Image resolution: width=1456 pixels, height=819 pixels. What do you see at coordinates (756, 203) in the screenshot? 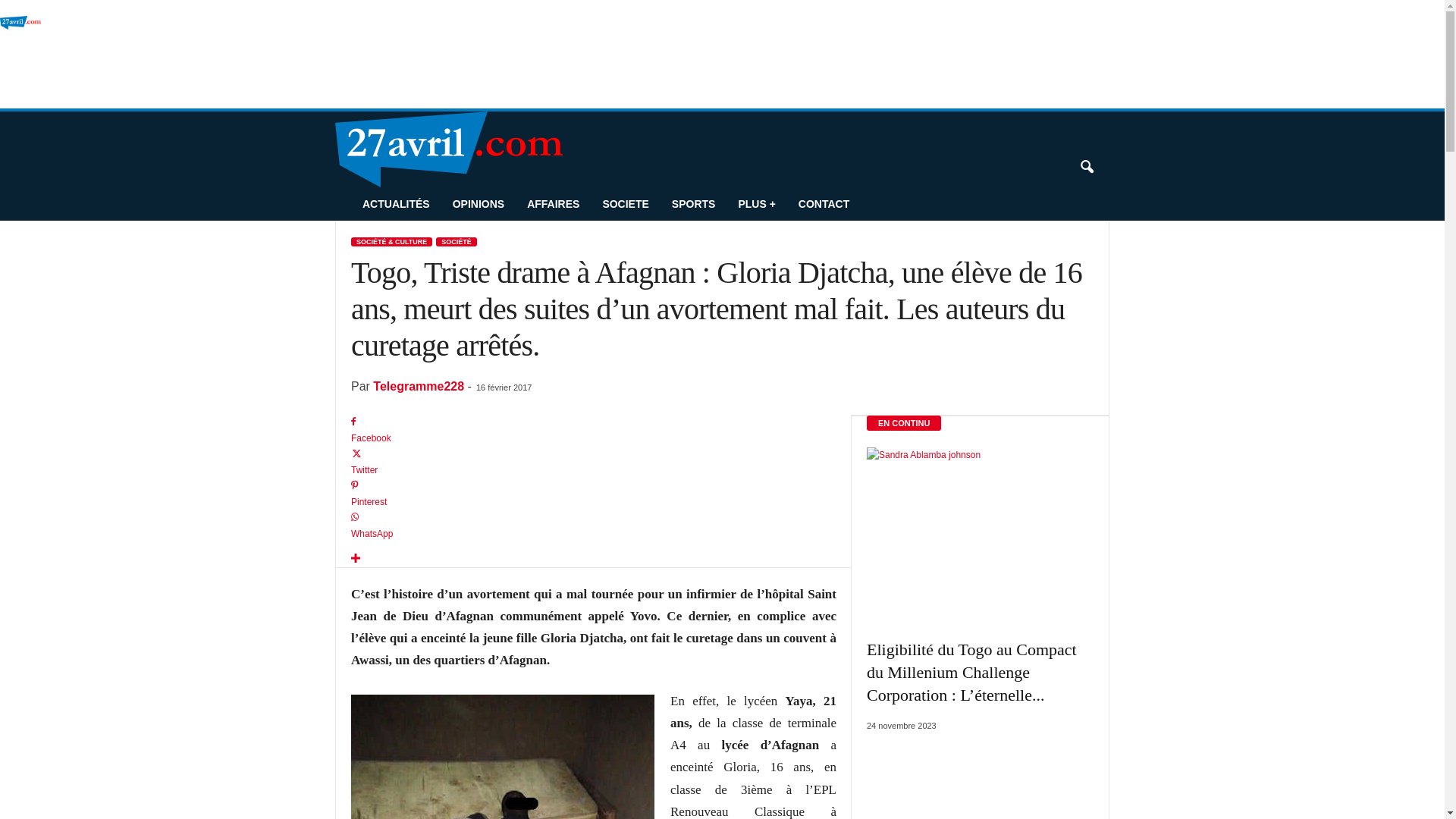
I see `'PLUS +'` at bounding box center [756, 203].